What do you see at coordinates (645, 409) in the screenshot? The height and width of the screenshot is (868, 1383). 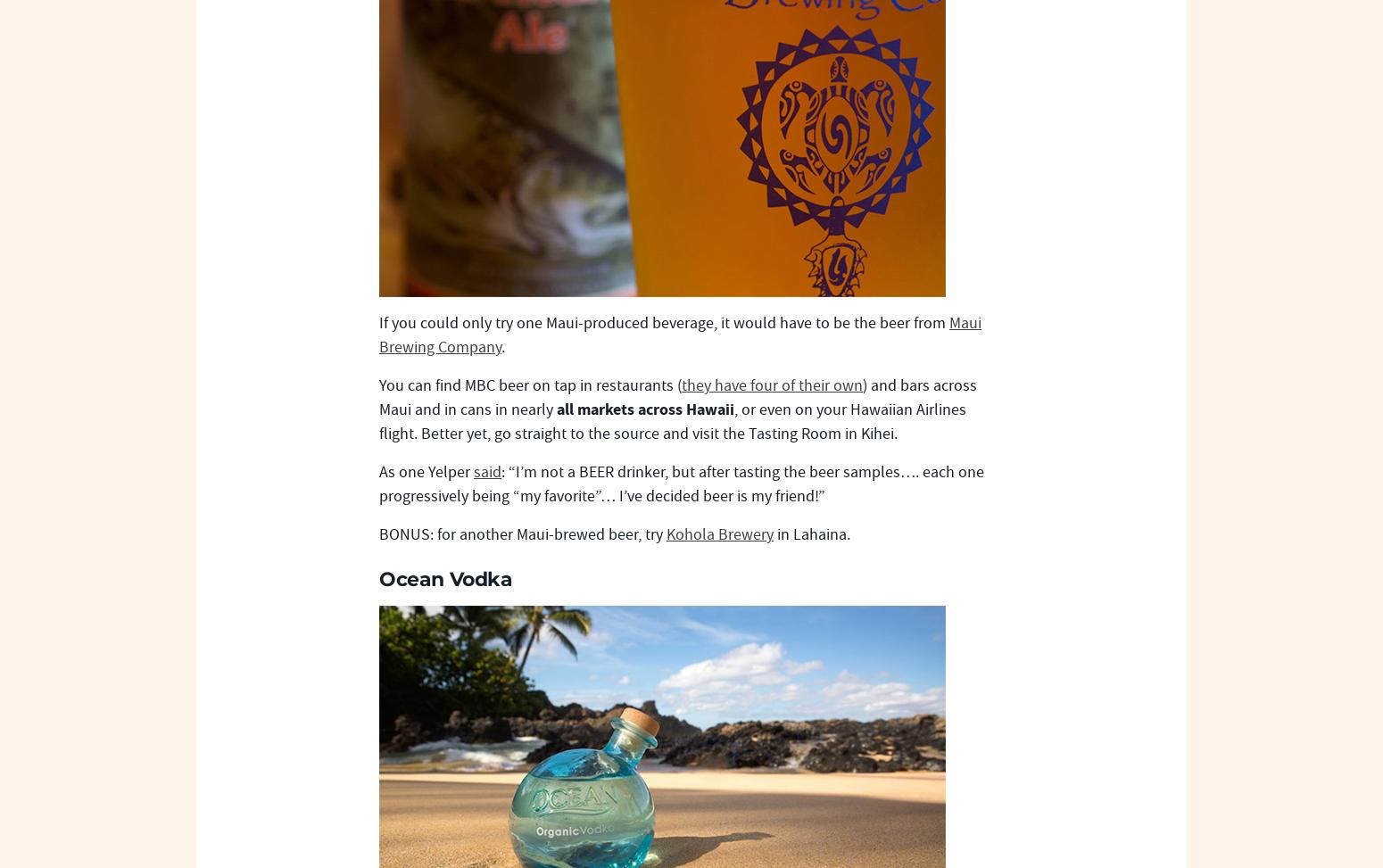 I see `'all markets across Hawaii'` at bounding box center [645, 409].